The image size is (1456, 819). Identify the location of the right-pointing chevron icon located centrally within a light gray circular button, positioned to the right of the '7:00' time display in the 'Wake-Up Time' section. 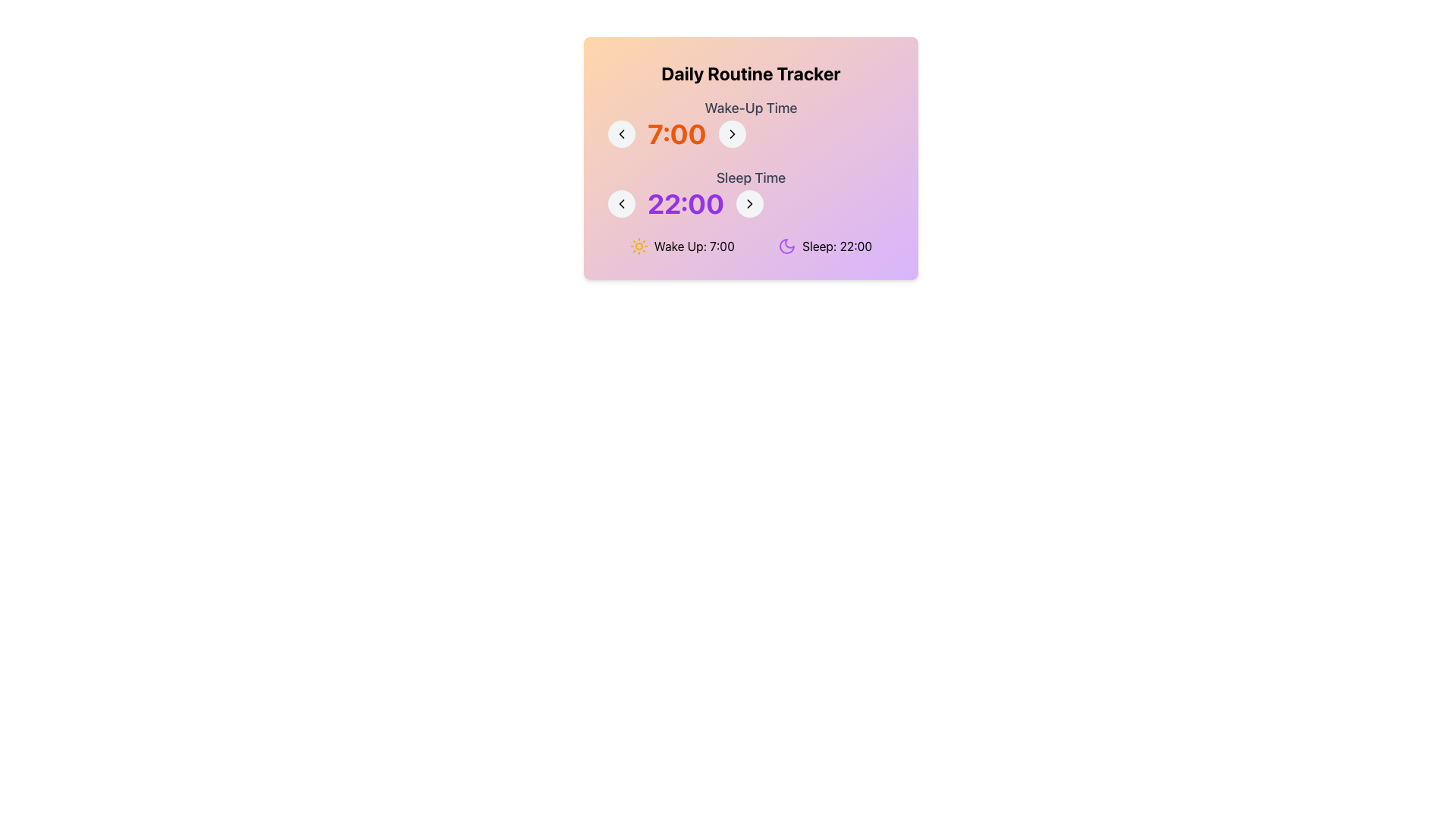
(732, 133).